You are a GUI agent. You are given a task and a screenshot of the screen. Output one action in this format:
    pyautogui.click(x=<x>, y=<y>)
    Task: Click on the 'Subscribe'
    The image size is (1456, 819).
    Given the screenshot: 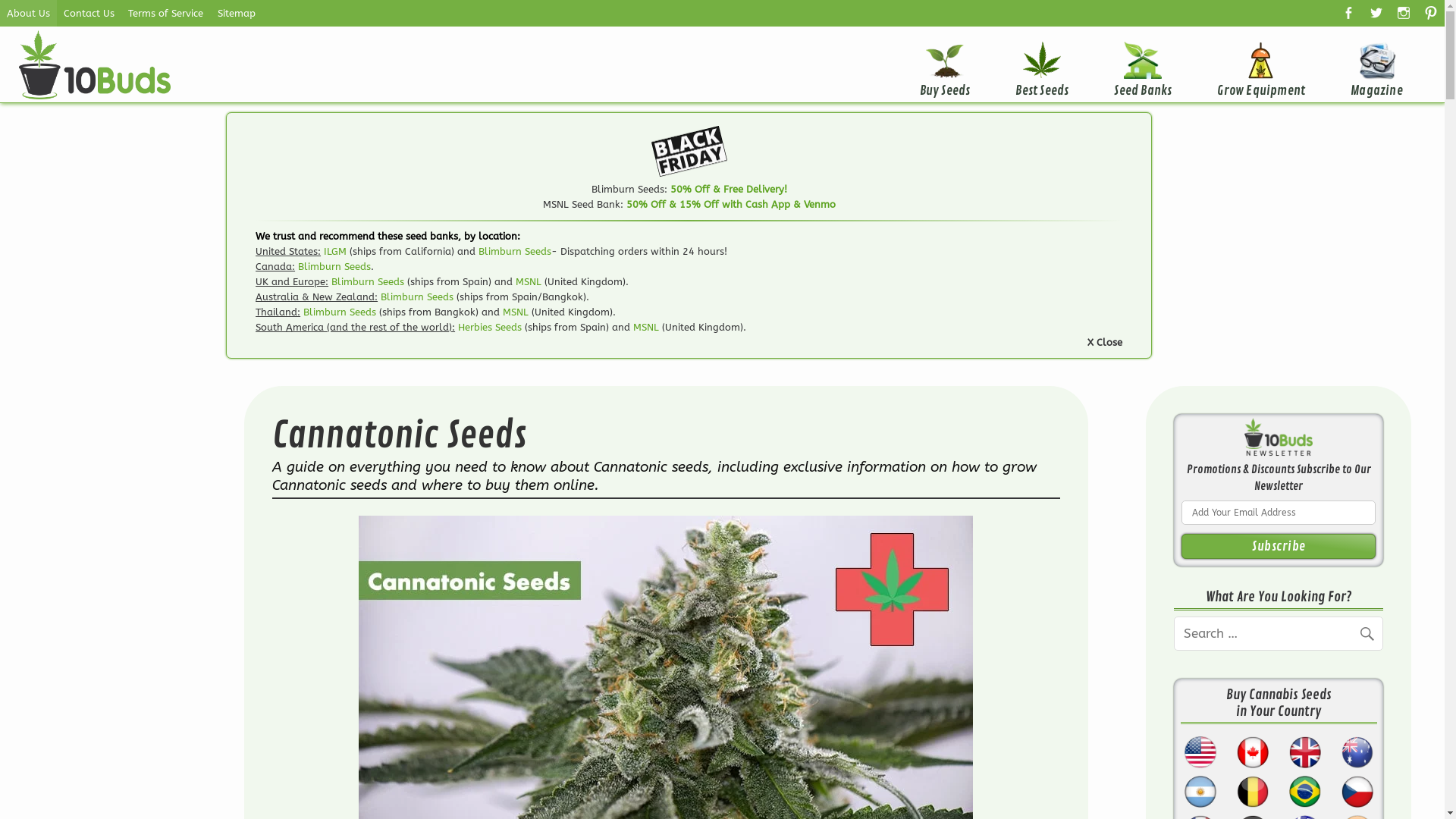 What is the action you would take?
    pyautogui.click(x=1277, y=546)
    